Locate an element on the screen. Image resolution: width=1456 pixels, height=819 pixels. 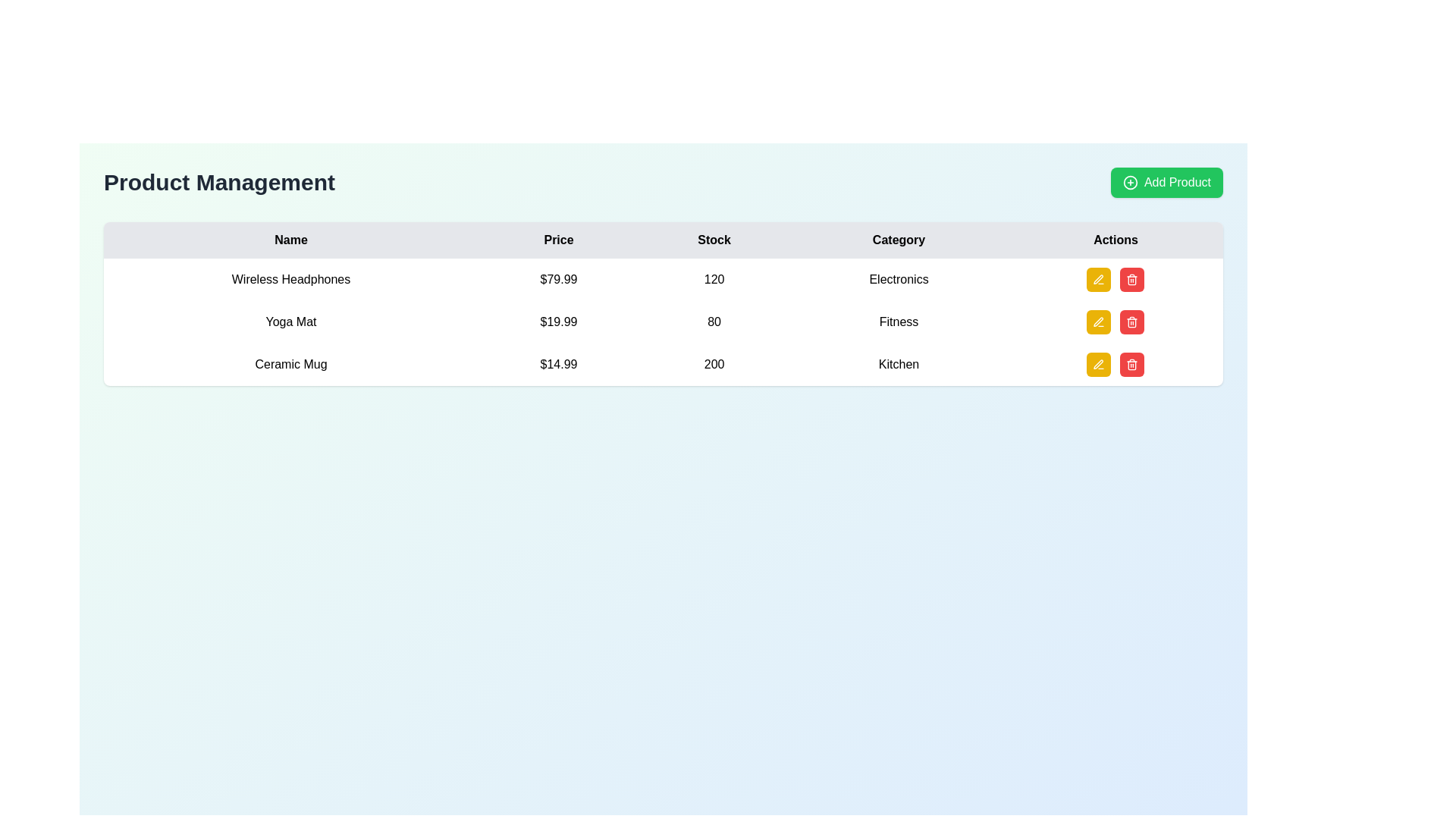
the red delete button with a white trash can icon located in the 'Actions' column of the last row corresponding to the 'Ceramic Mug' entry is located at coordinates (1132, 365).